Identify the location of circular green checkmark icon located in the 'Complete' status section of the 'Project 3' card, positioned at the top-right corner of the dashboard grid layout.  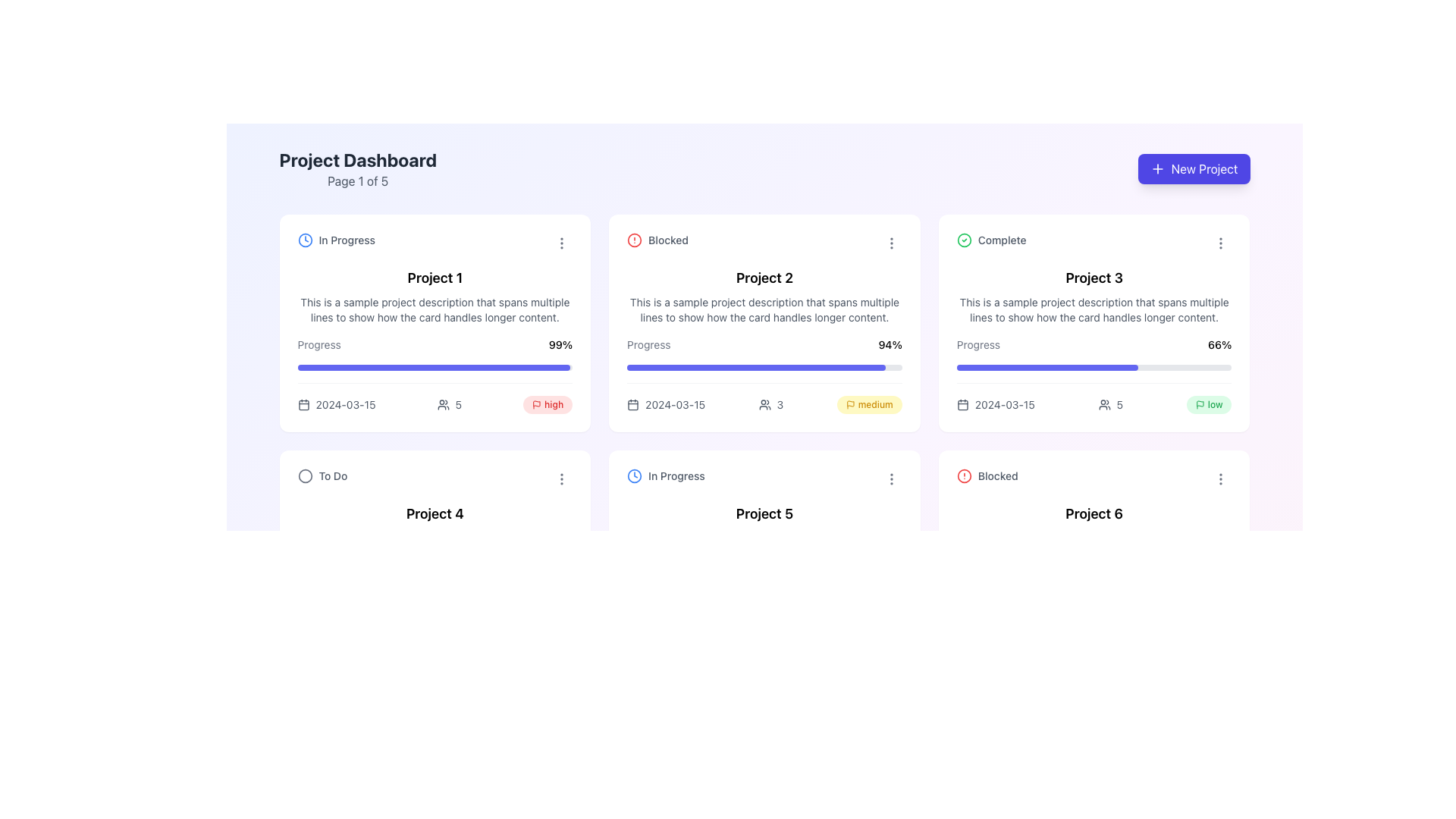
(963, 239).